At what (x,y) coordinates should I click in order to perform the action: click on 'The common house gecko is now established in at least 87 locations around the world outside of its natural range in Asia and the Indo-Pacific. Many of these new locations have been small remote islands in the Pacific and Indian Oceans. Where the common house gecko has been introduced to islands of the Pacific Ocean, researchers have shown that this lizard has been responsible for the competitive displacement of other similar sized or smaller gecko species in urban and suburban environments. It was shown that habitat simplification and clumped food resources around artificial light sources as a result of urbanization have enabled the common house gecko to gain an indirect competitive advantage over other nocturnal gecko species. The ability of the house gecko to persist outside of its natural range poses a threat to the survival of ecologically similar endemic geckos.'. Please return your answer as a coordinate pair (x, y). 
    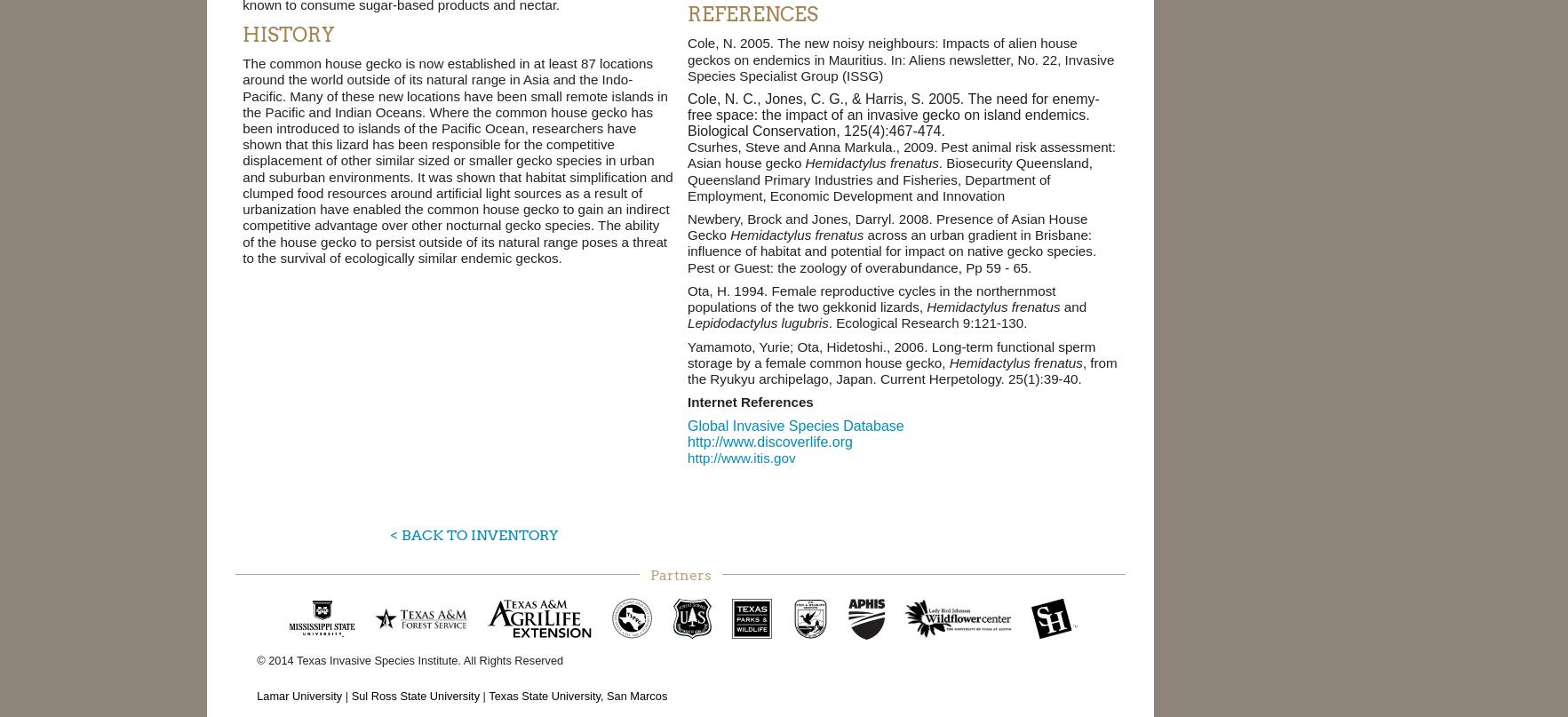
    Looking at the image, I should click on (457, 160).